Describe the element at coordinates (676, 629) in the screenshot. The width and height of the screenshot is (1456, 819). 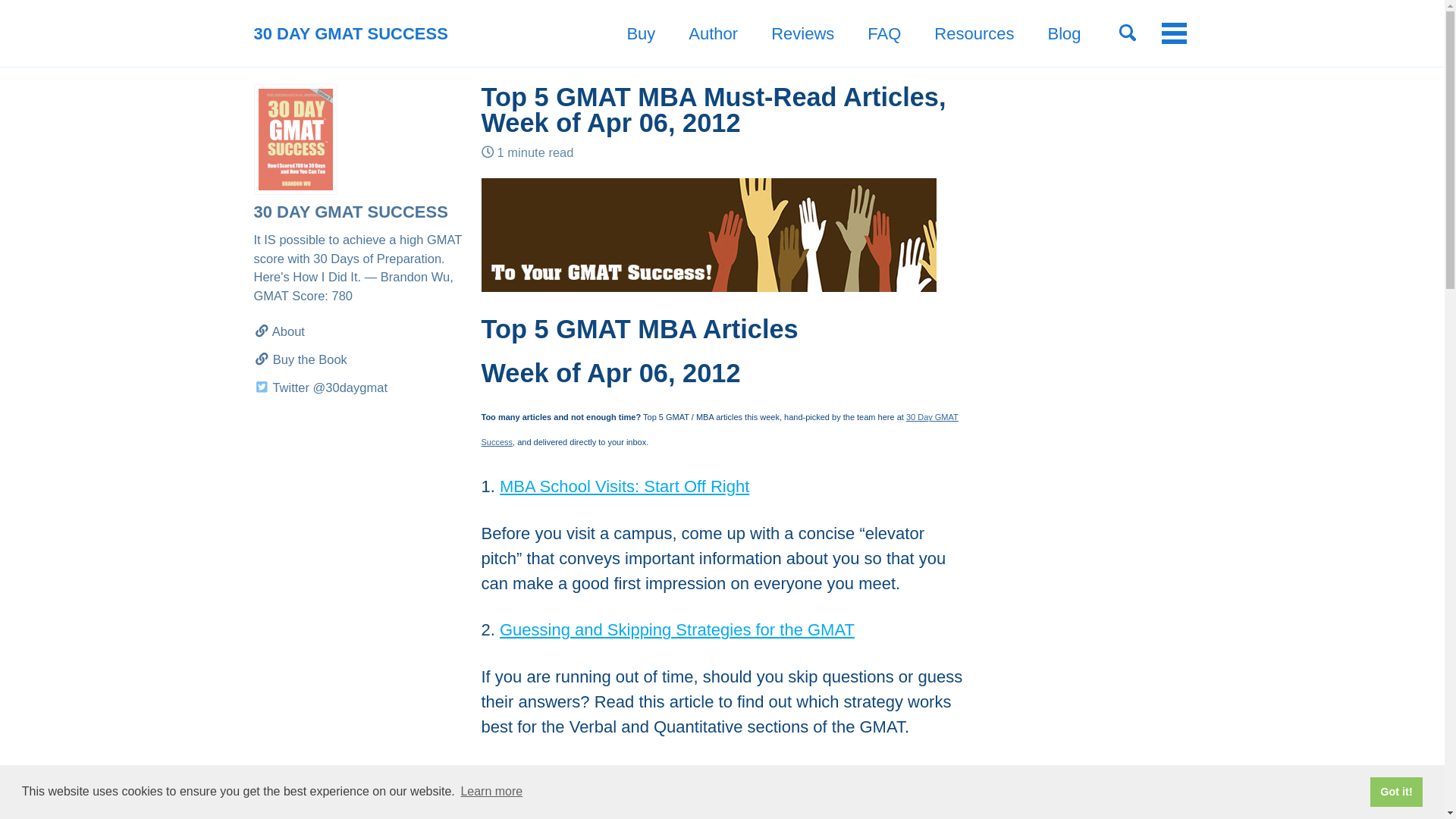
I see `'Guessing and Skipping Strategies for the GMAT'` at that location.